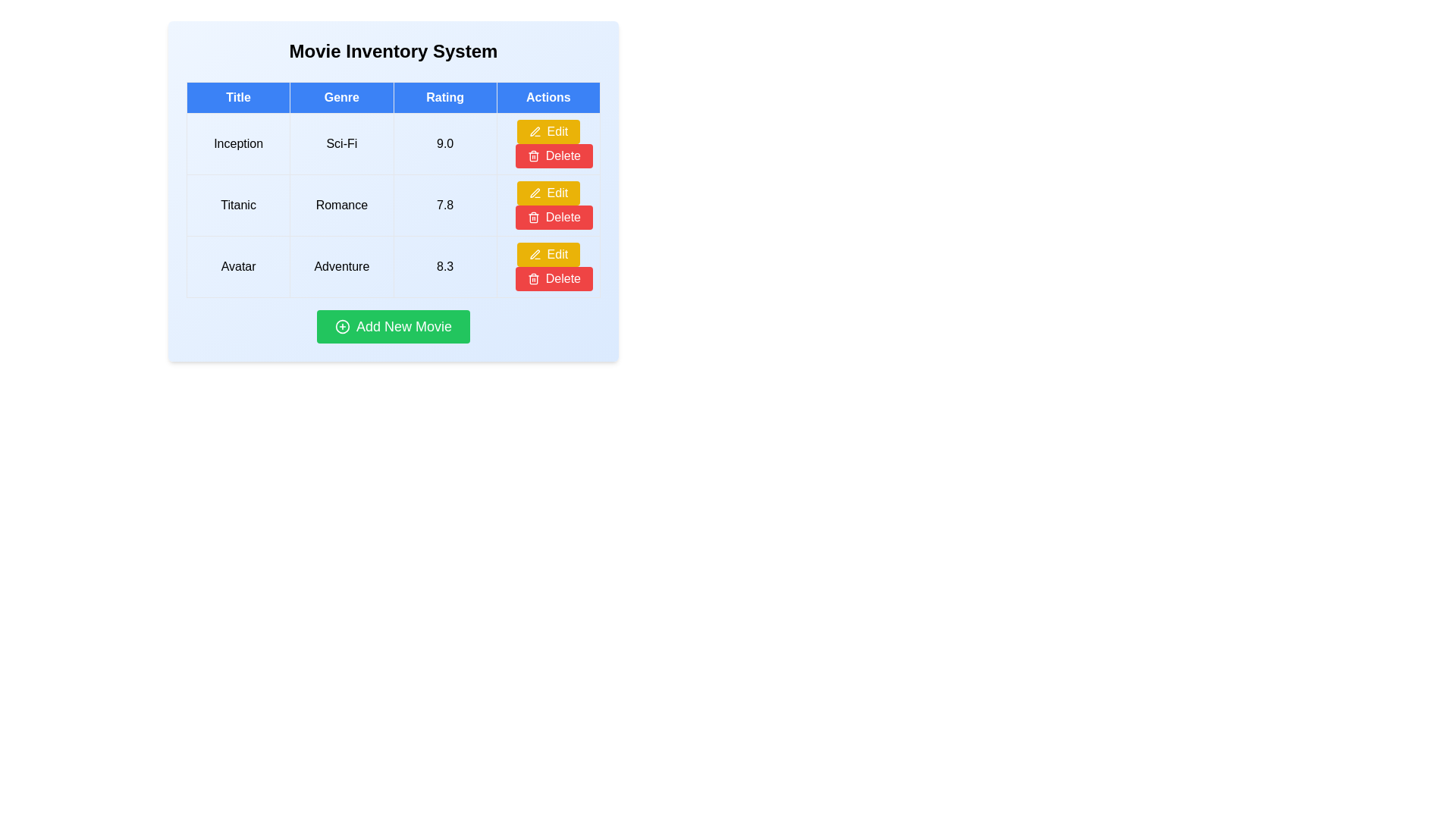  Describe the element at coordinates (553, 155) in the screenshot. I see `the 'Delete' button with a red background and white rounded text in the second row of the 'Actions' column next to the 'Edit' button for the movie 'Titanic'` at that location.